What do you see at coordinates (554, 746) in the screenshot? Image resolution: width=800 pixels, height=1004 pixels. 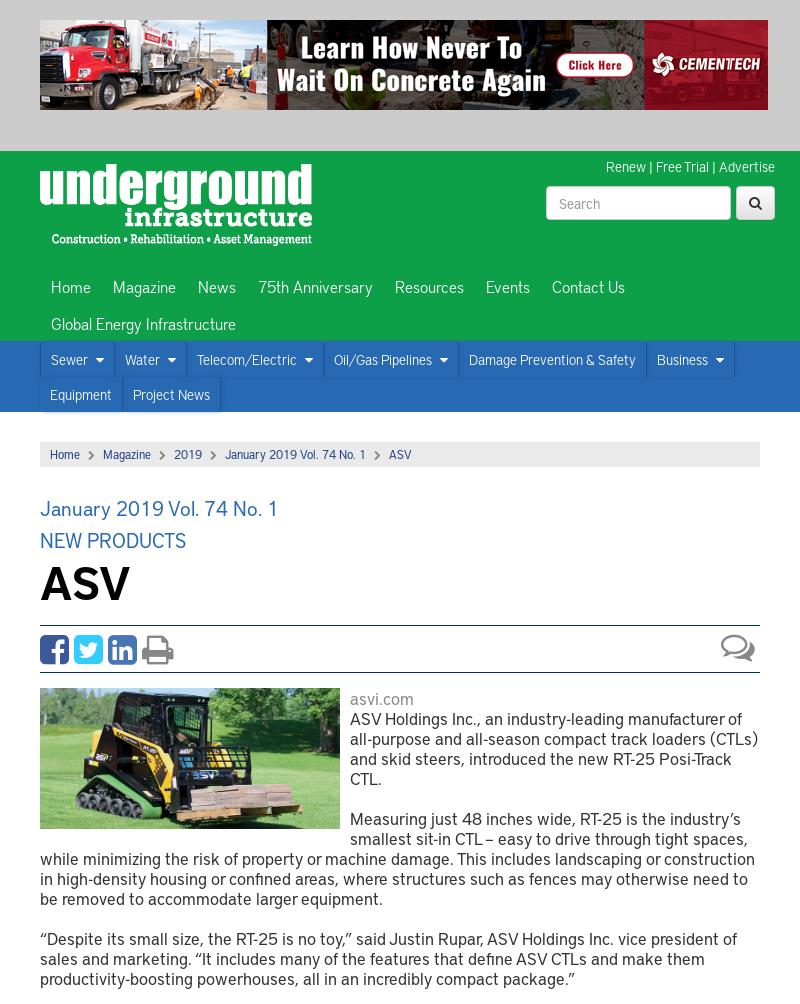 I see `'ASV Holdings Inc., an industry-leading manufacturer of all-purpose and all-season compact track loaders (CTLs) and skid steers, introduced the new RT-25 Posi-Track CTL.'` at bounding box center [554, 746].